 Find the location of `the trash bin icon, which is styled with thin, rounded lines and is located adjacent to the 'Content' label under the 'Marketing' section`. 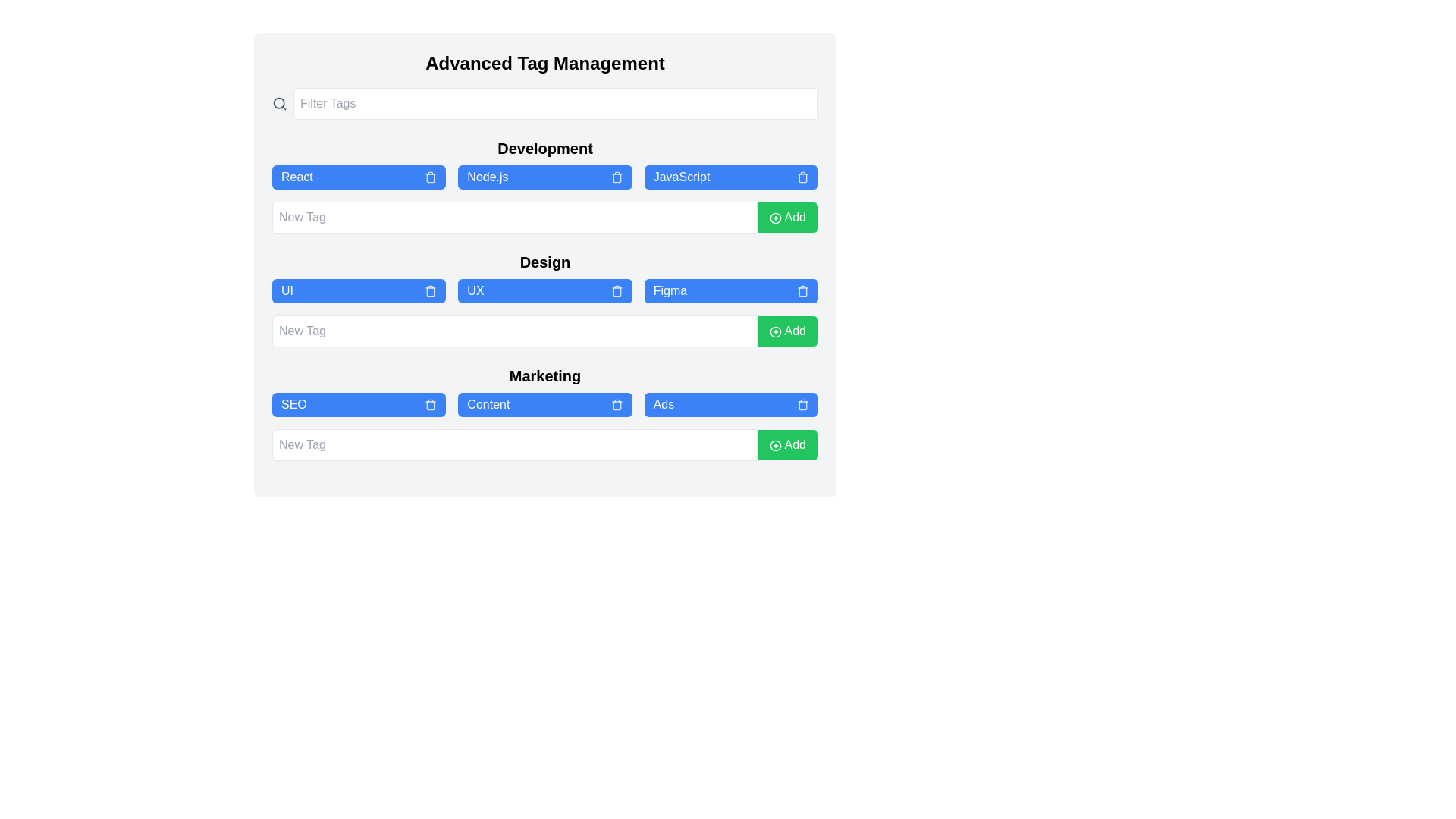

the trash bin icon, which is styled with thin, rounded lines and is located adjacent to the 'Content' label under the 'Marketing' section is located at coordinates (617, 405).